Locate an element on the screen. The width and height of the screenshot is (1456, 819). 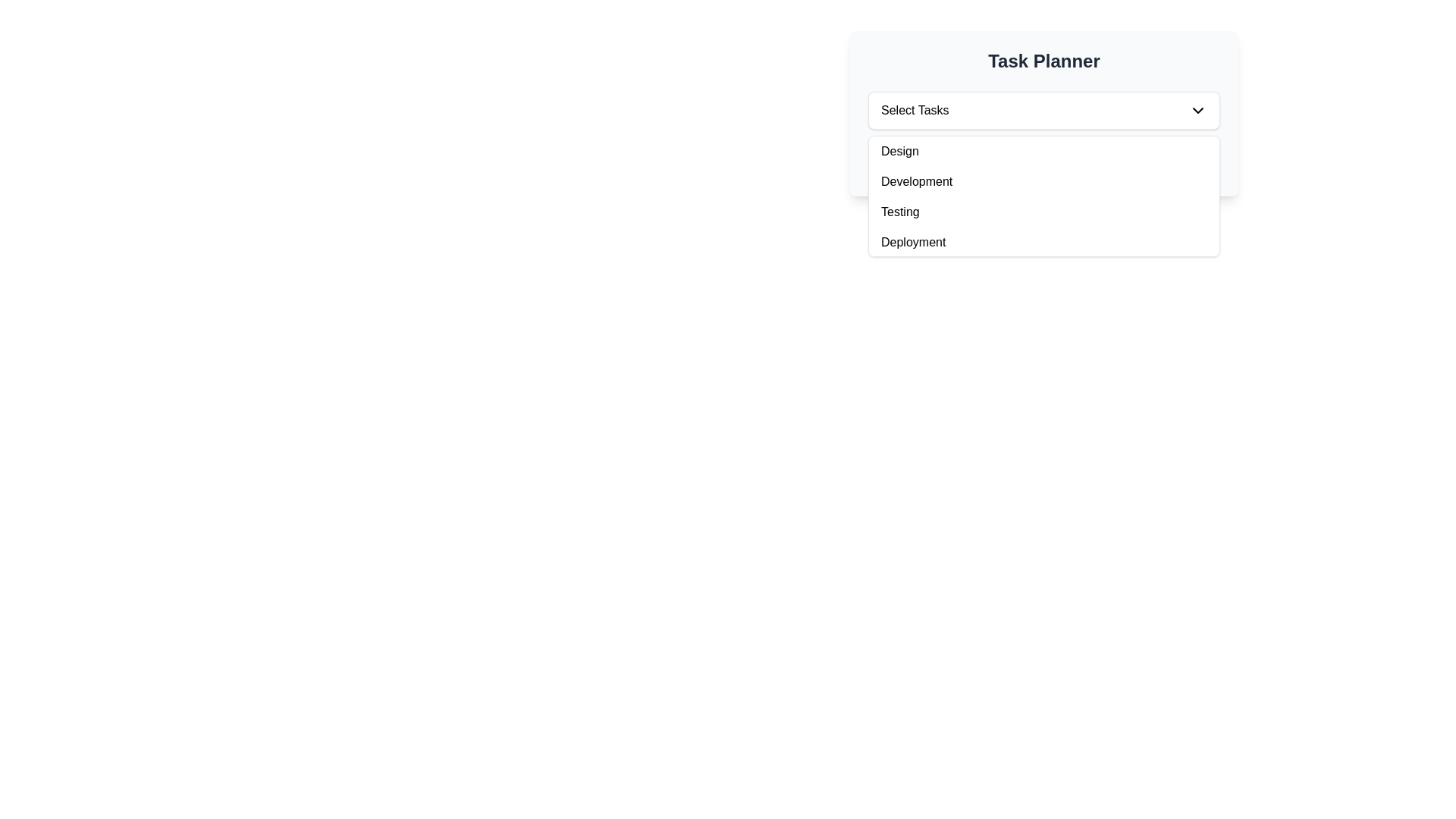
the 'Development' selectable menu option, which is the second item in a dropdown list is located at coordinates (1043, 180).